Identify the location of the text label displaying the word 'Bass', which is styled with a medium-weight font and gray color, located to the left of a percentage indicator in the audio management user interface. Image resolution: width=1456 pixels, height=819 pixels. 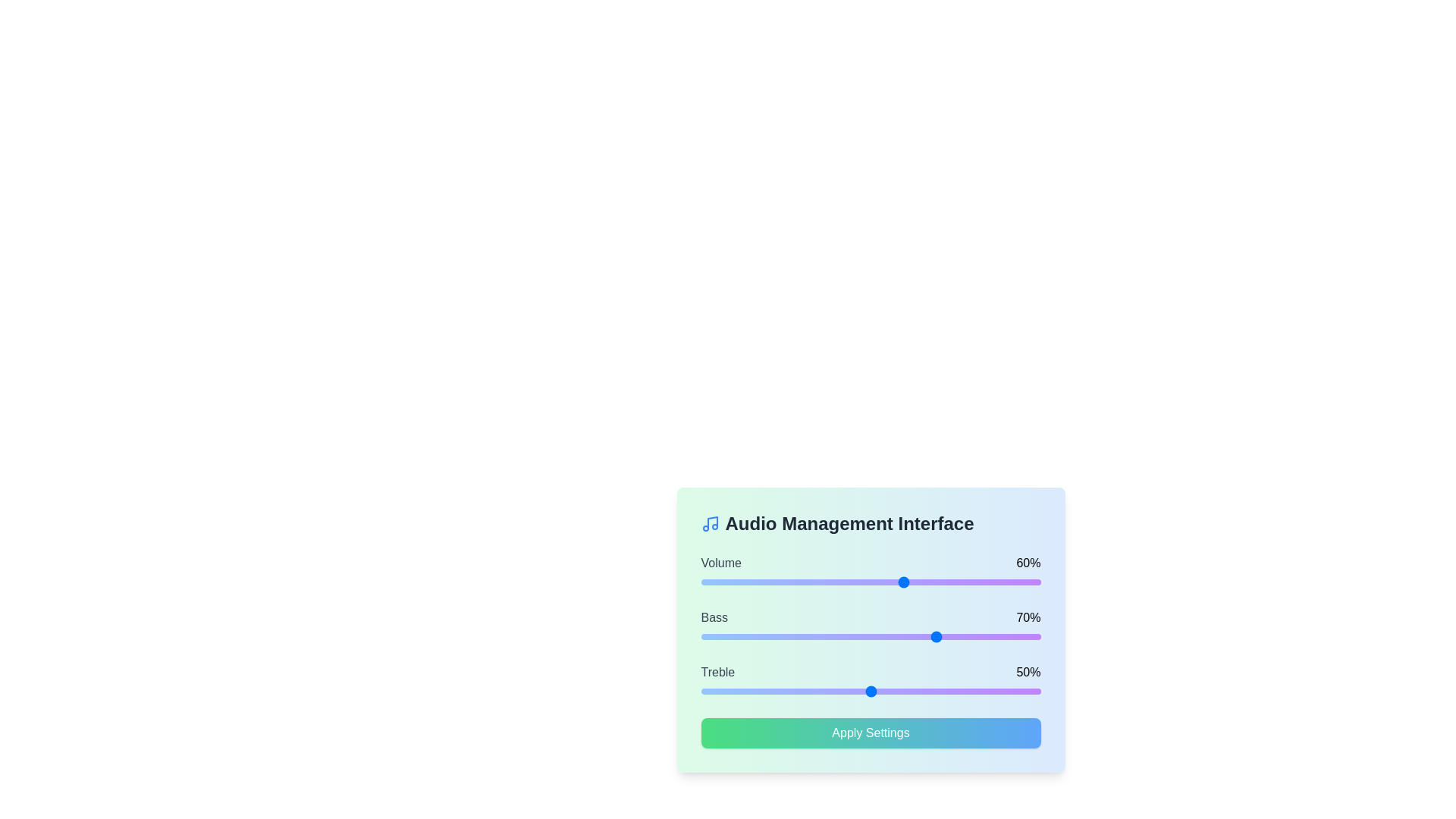
(714, 617).